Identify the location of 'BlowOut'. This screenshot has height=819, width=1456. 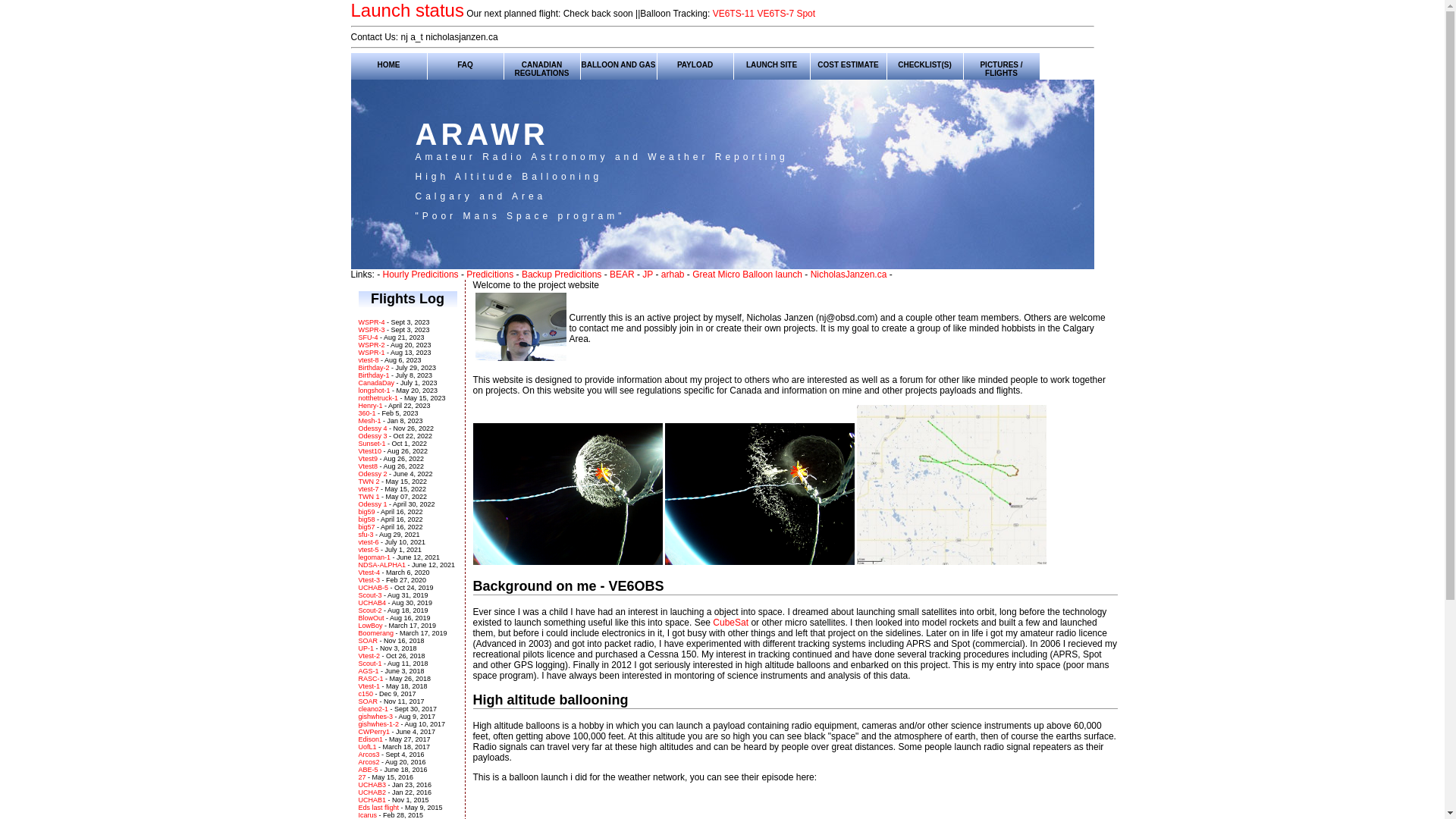
(371, 617).